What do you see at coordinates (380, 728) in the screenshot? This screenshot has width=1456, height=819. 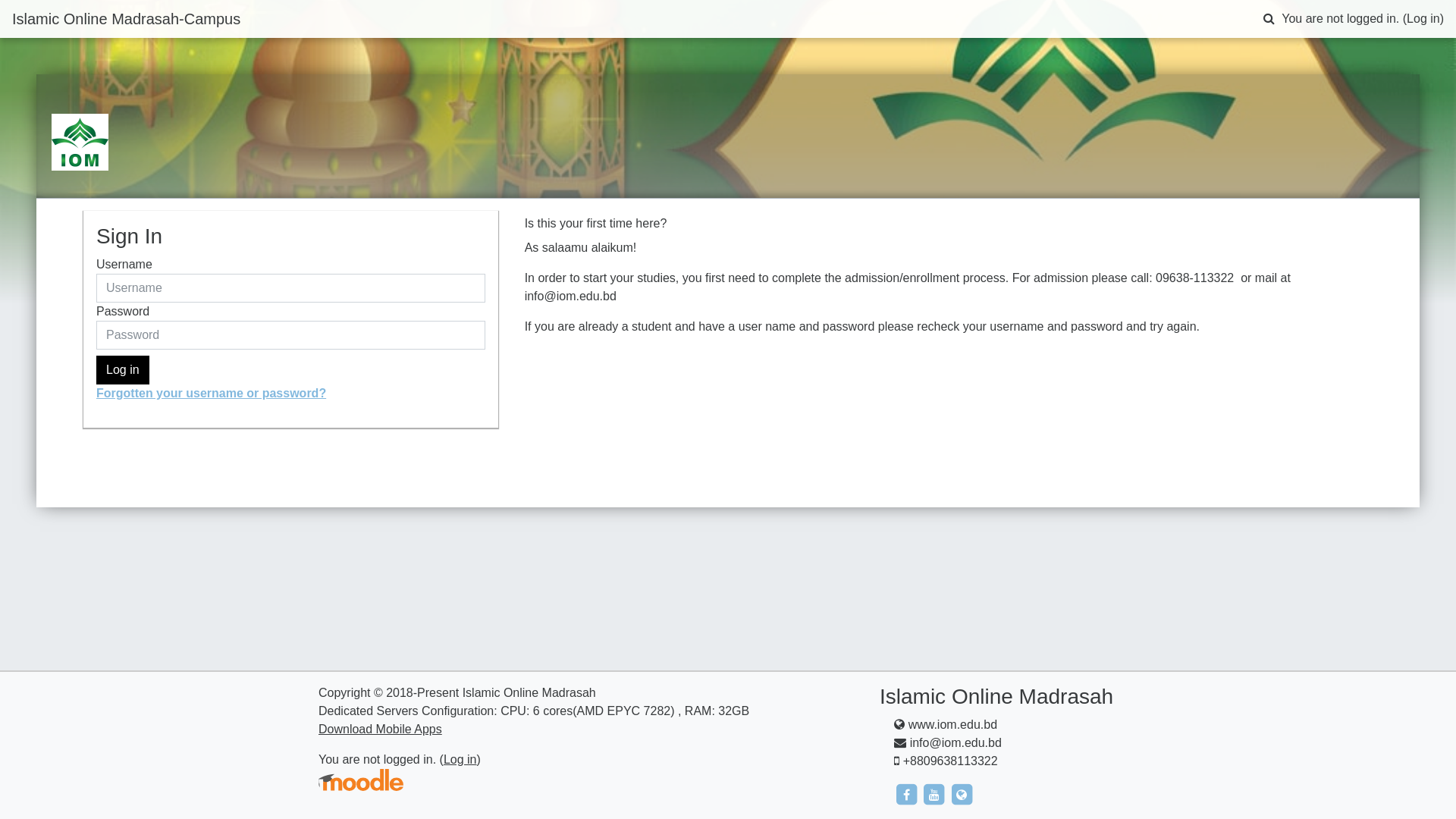 I see `'Download Mobile Apps'` at bounding box center [380, 728].